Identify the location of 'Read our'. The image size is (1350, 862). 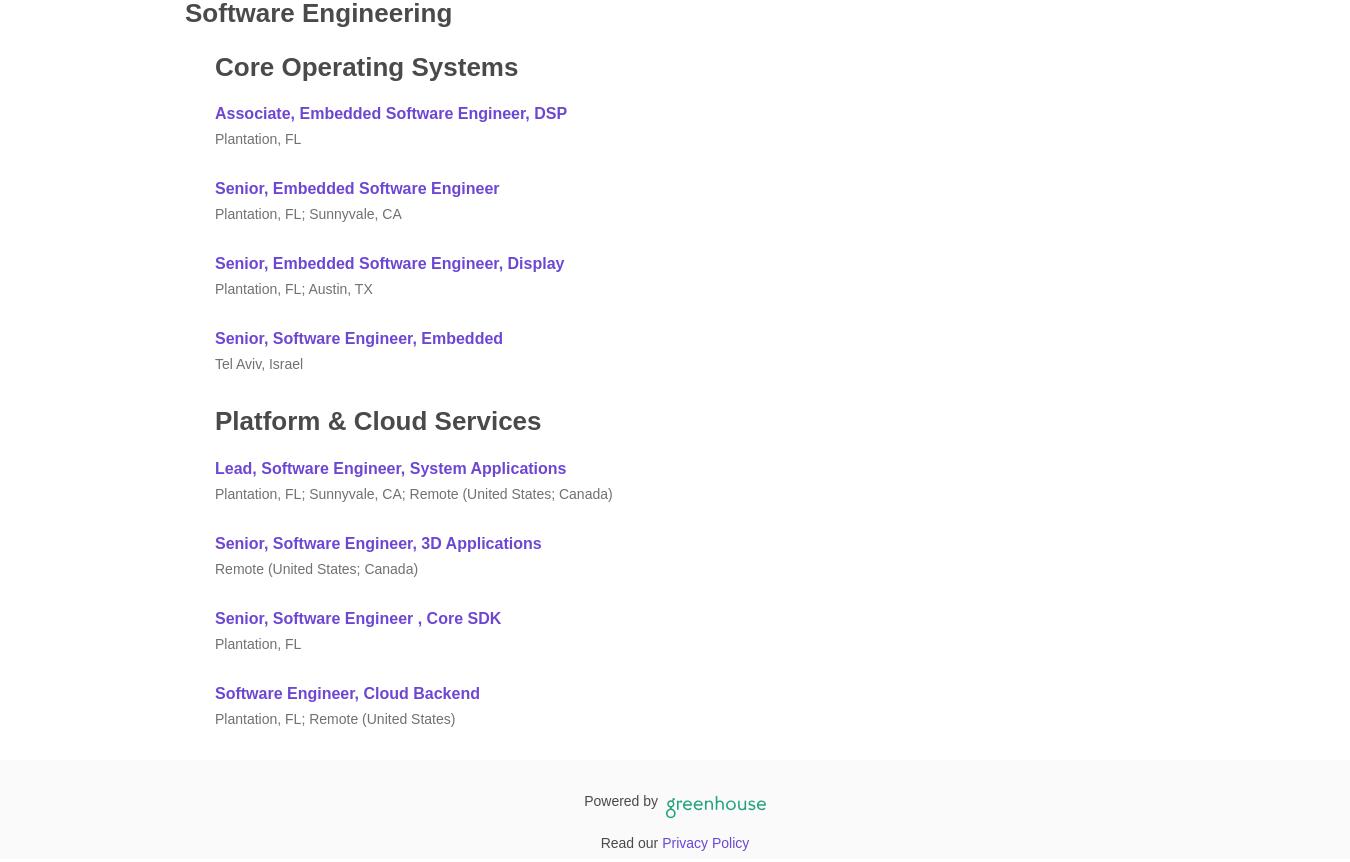
(599, 841).